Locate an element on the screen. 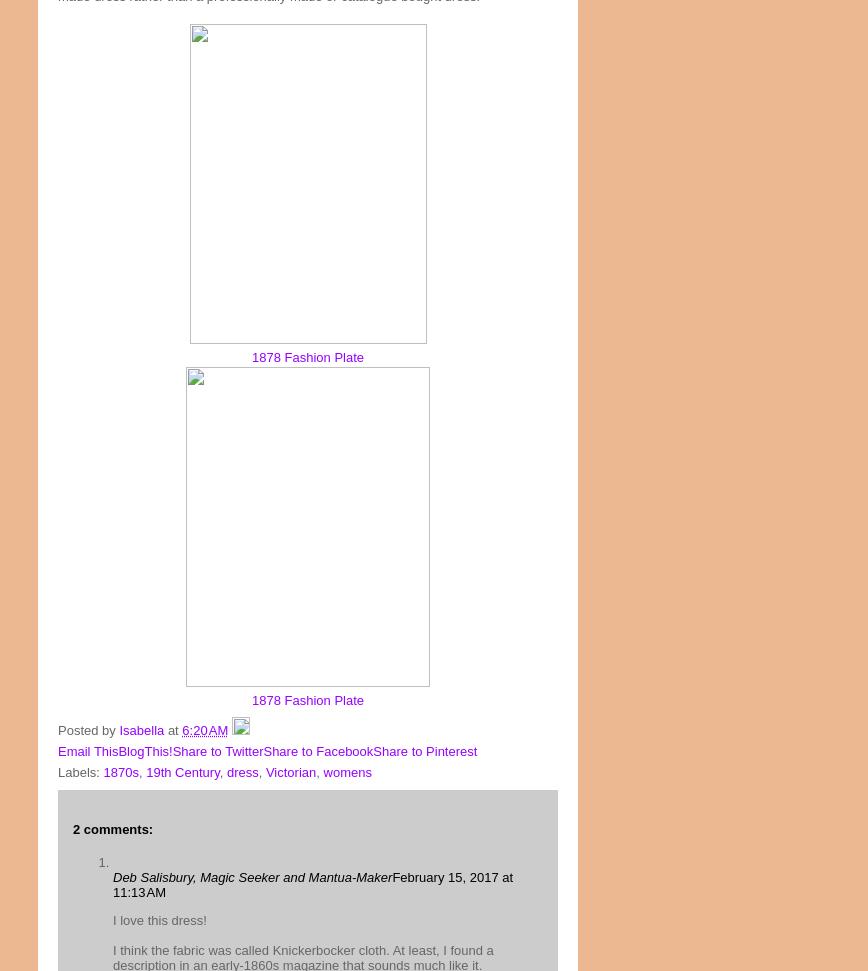 This screenshot has width=868, height=971. 'womens' is located at coordinates (347, 771).